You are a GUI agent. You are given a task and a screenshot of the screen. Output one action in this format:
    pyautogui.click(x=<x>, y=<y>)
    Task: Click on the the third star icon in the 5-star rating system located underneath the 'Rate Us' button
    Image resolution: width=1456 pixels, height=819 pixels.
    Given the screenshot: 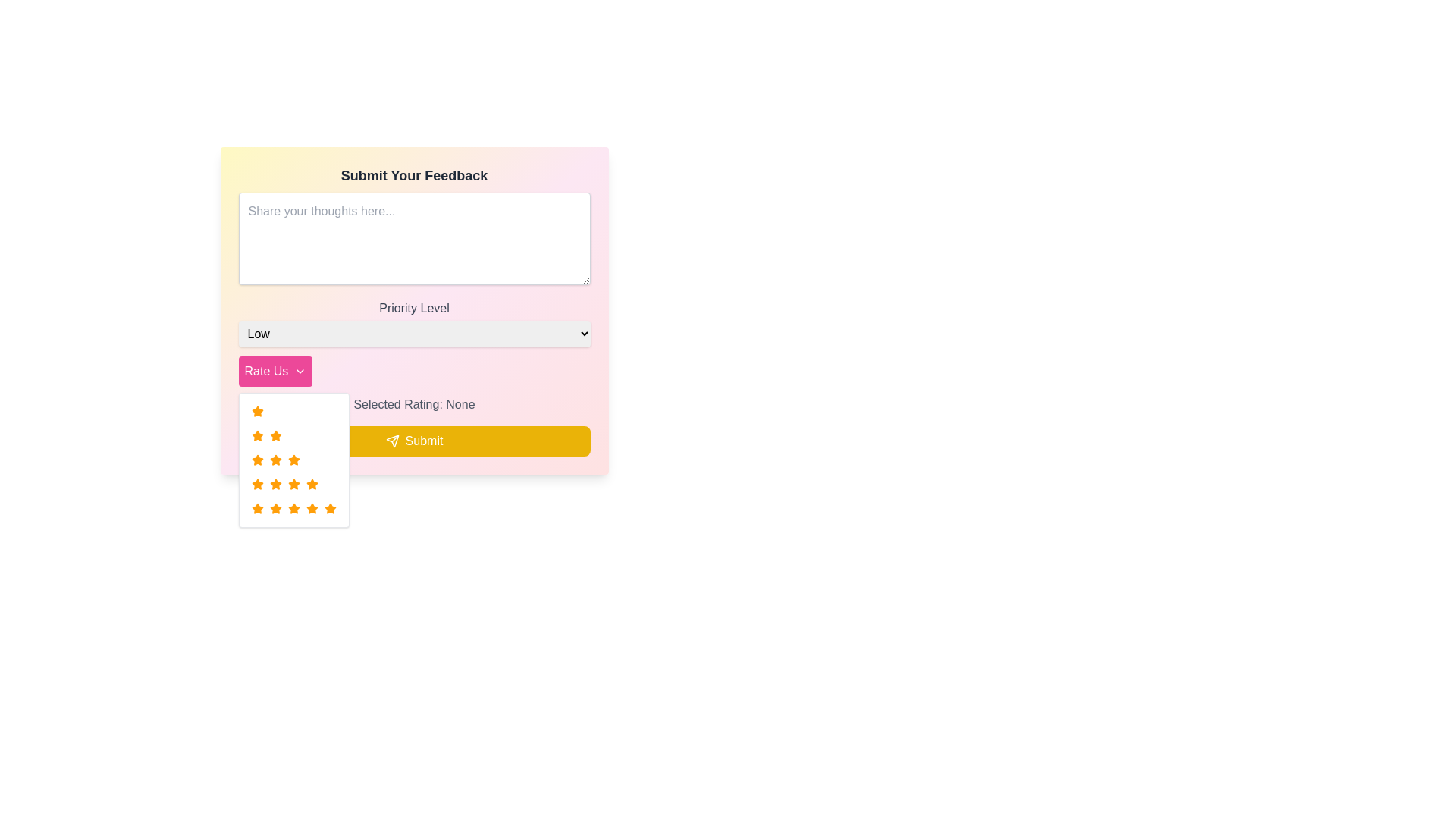 What is the action you would take?
    pyautogui.click(x=275, y=485)
    